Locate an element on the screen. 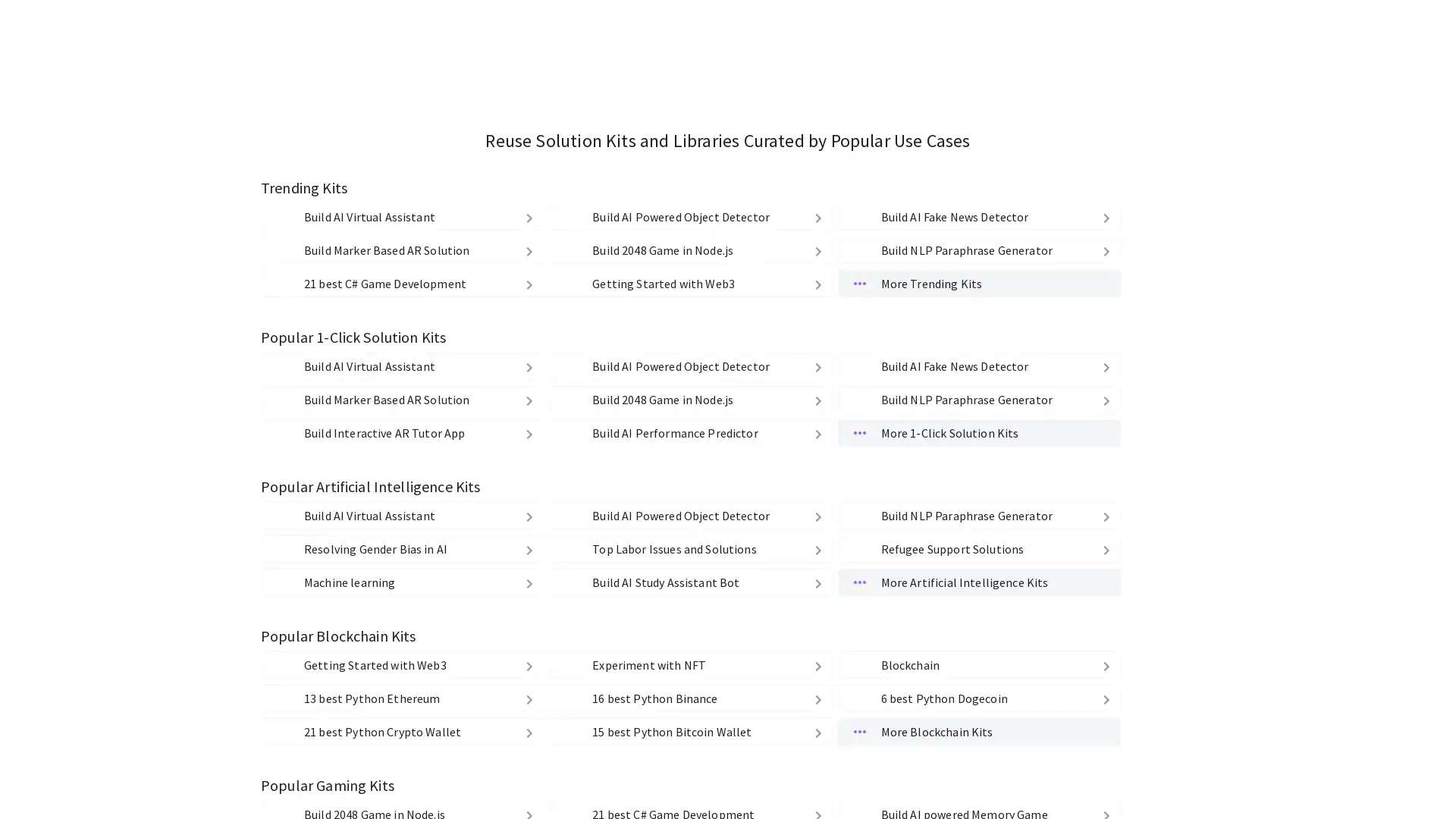  Cloud Functions & API Cloud Functions & API is located at coordinates (984, 447).